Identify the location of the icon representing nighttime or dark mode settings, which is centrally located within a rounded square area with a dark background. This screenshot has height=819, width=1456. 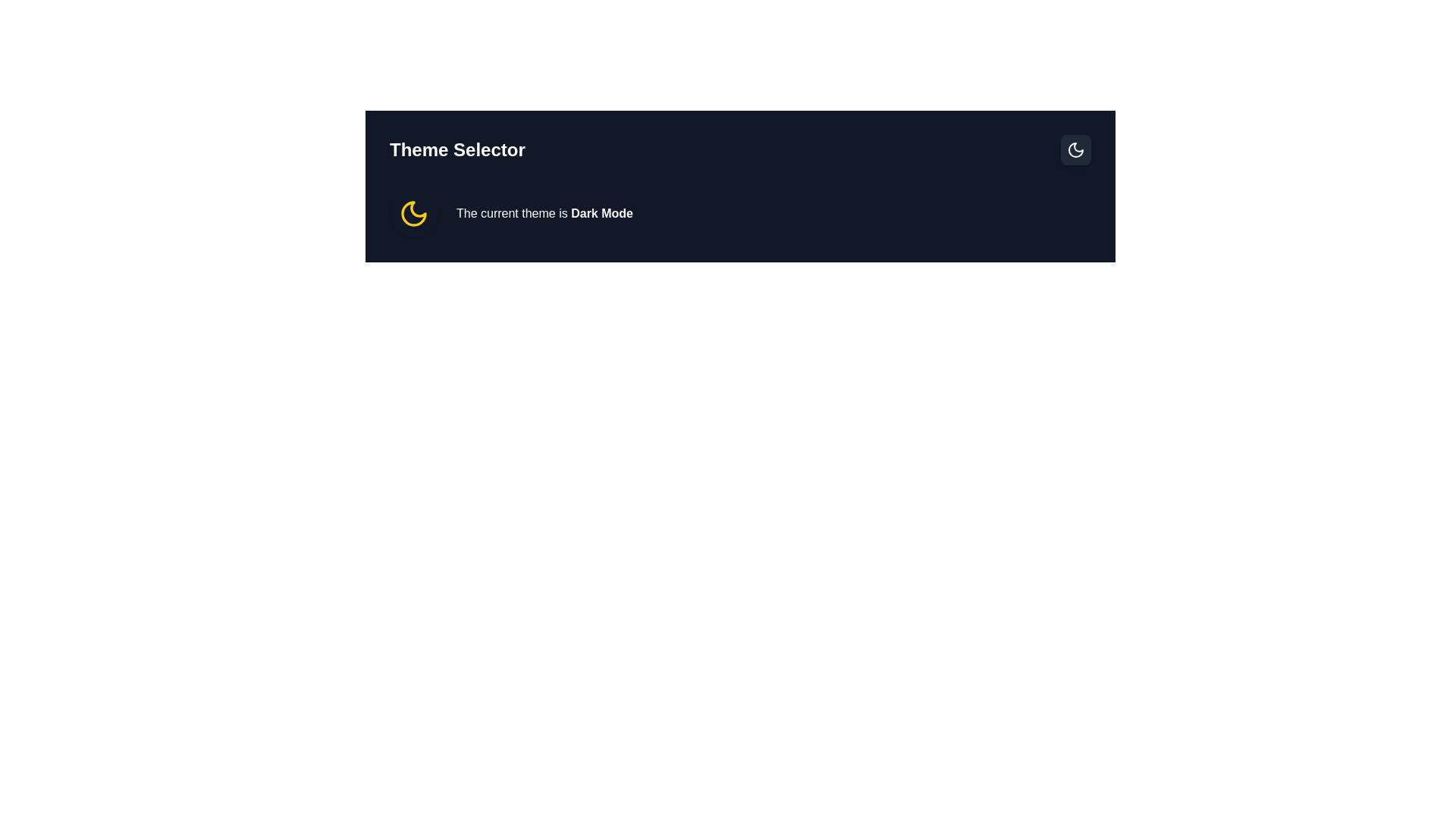
(1075, 149).